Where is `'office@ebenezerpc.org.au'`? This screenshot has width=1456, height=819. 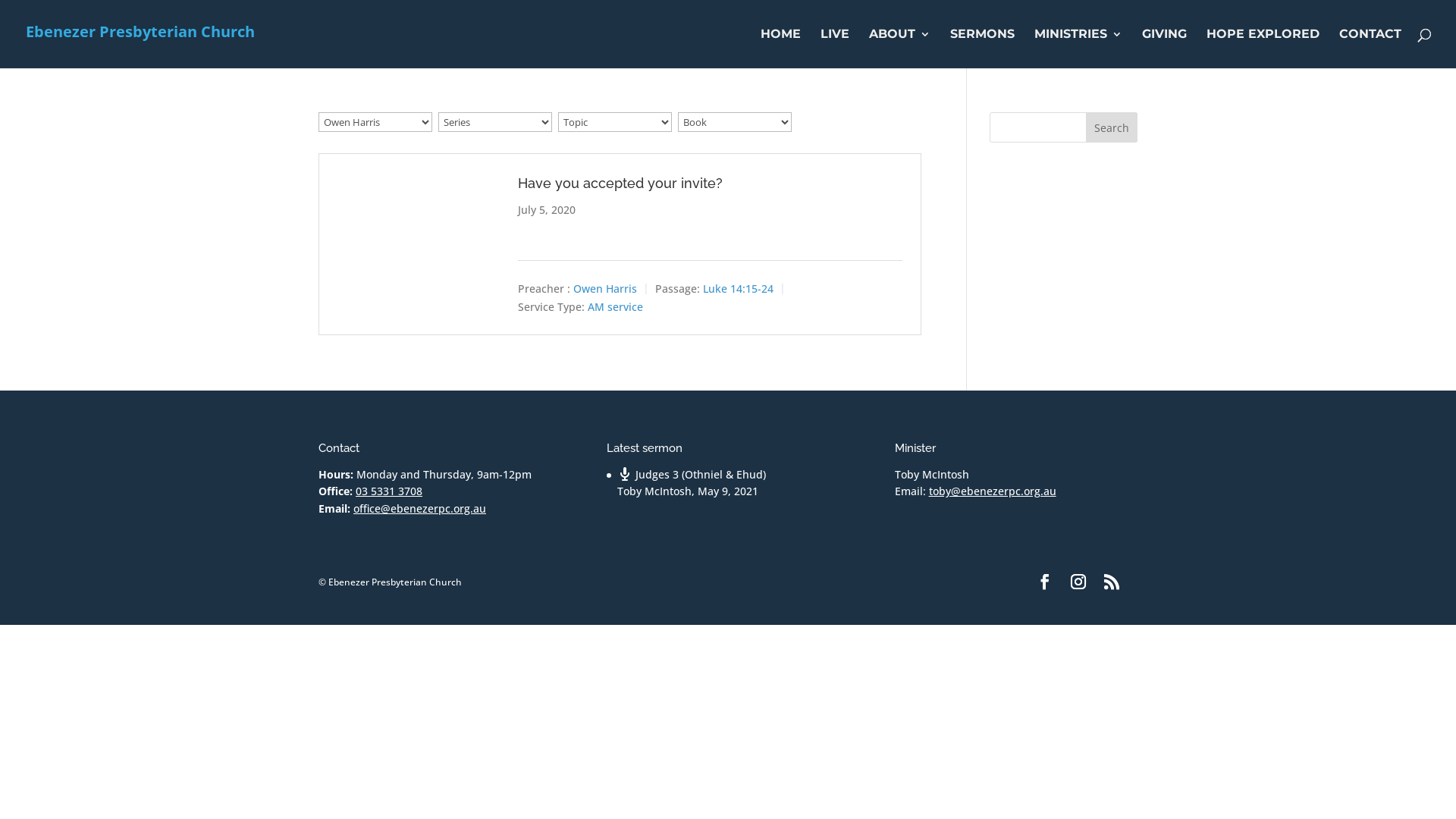
'office@ebenezerpc.org.au' is located at coordinates (419, 508).